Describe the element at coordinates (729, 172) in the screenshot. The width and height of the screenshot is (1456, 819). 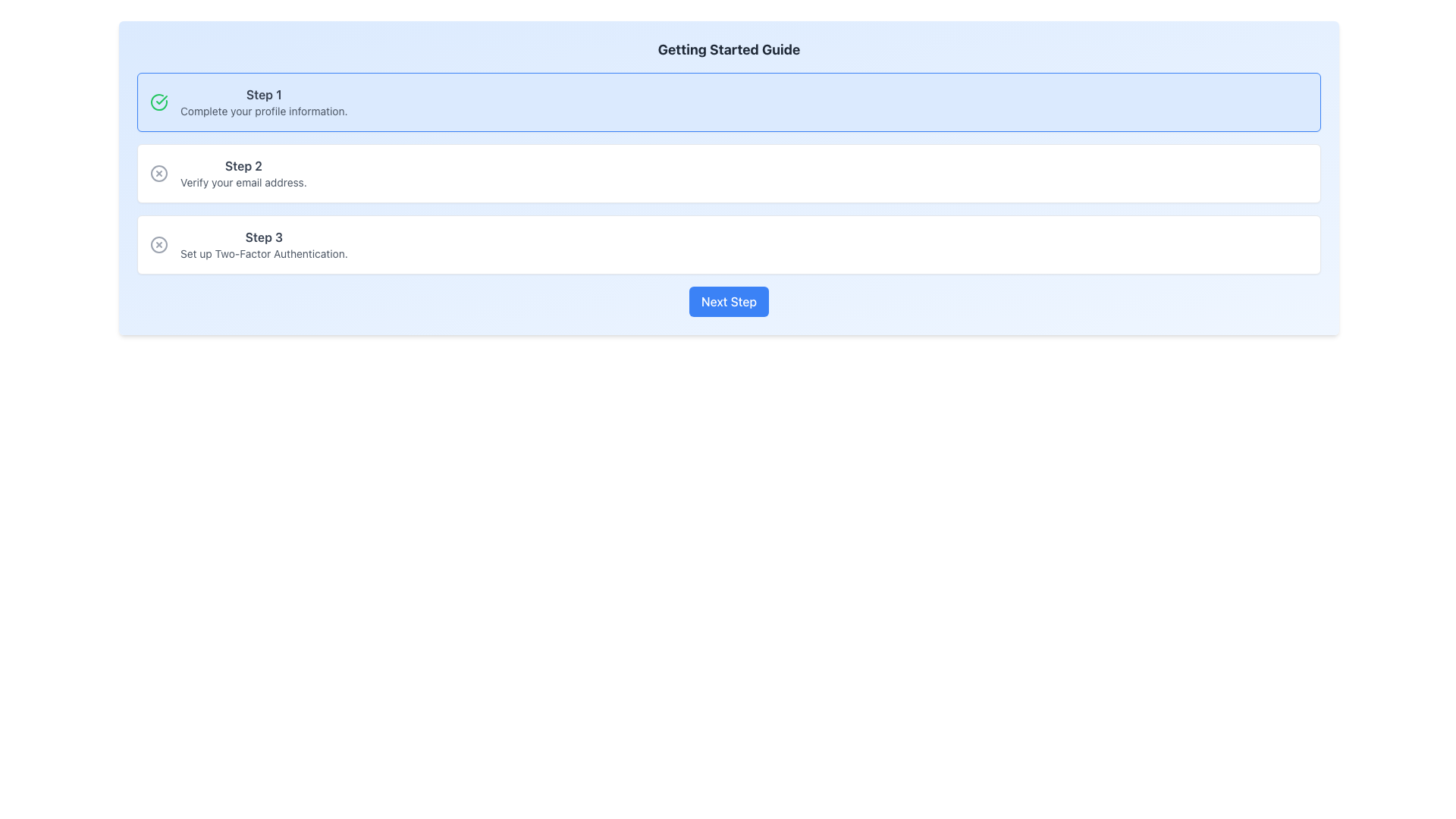
I see `the Instructional Card that indicates the second step in the progression list about verifying the user's email address for tooltips` at that location.